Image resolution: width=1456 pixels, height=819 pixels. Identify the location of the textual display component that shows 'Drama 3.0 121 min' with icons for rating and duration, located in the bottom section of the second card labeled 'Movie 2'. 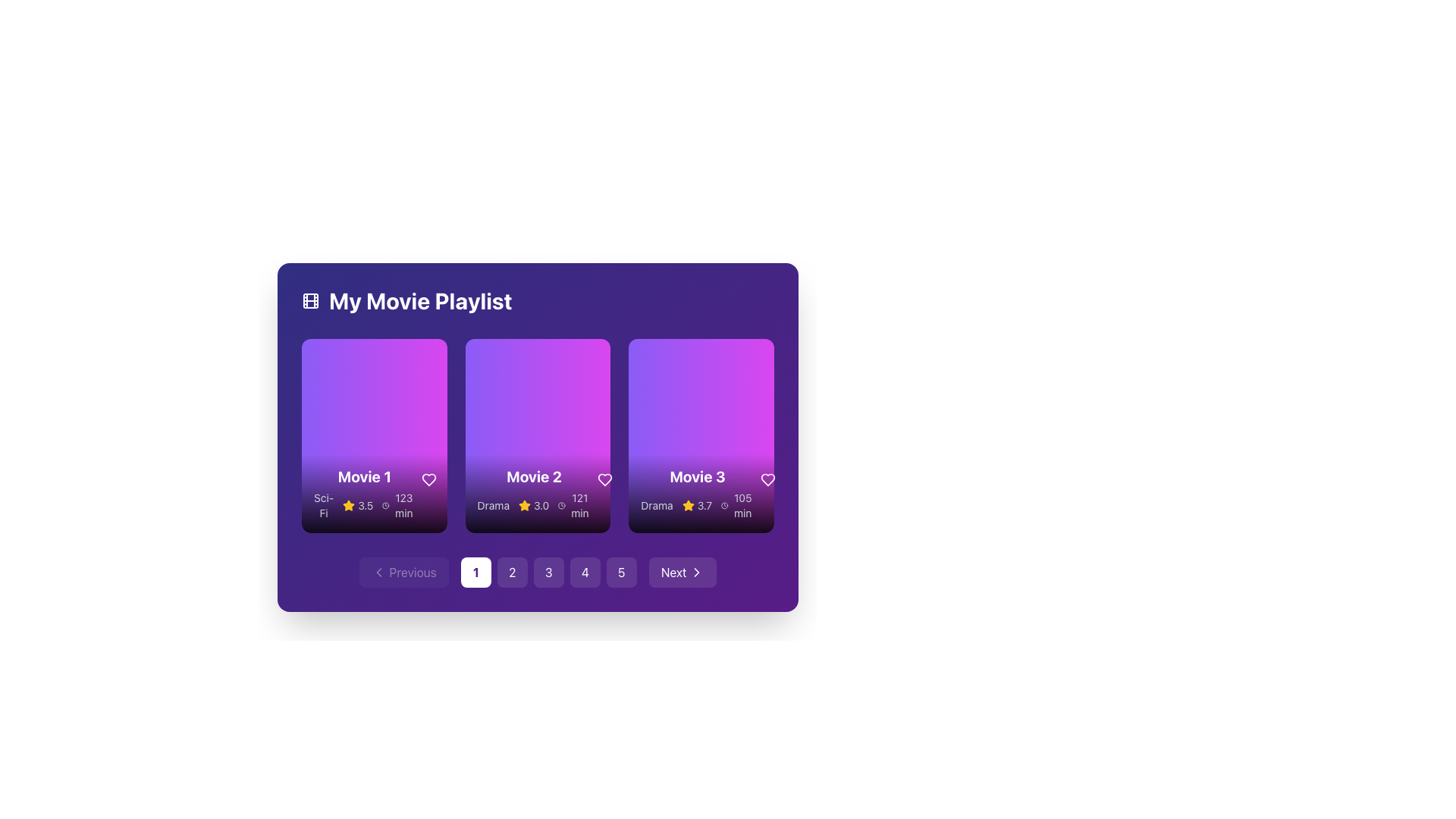
(538, 494).